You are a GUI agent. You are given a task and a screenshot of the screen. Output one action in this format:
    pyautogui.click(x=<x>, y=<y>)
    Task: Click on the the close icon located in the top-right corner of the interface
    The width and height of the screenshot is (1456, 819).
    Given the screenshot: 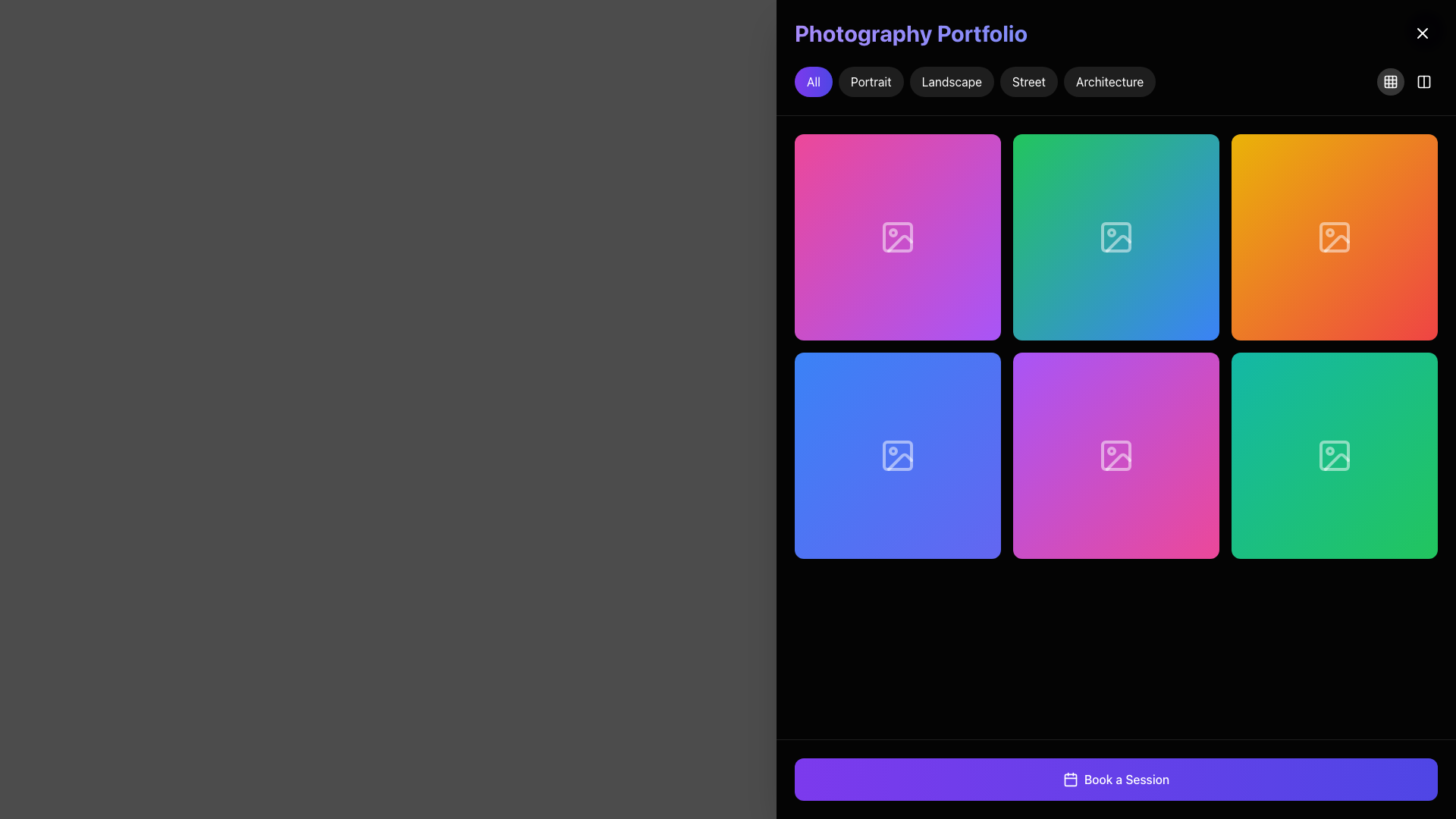 What is the action you would take?
    pyautogui.click(x=1422, y=33)
    